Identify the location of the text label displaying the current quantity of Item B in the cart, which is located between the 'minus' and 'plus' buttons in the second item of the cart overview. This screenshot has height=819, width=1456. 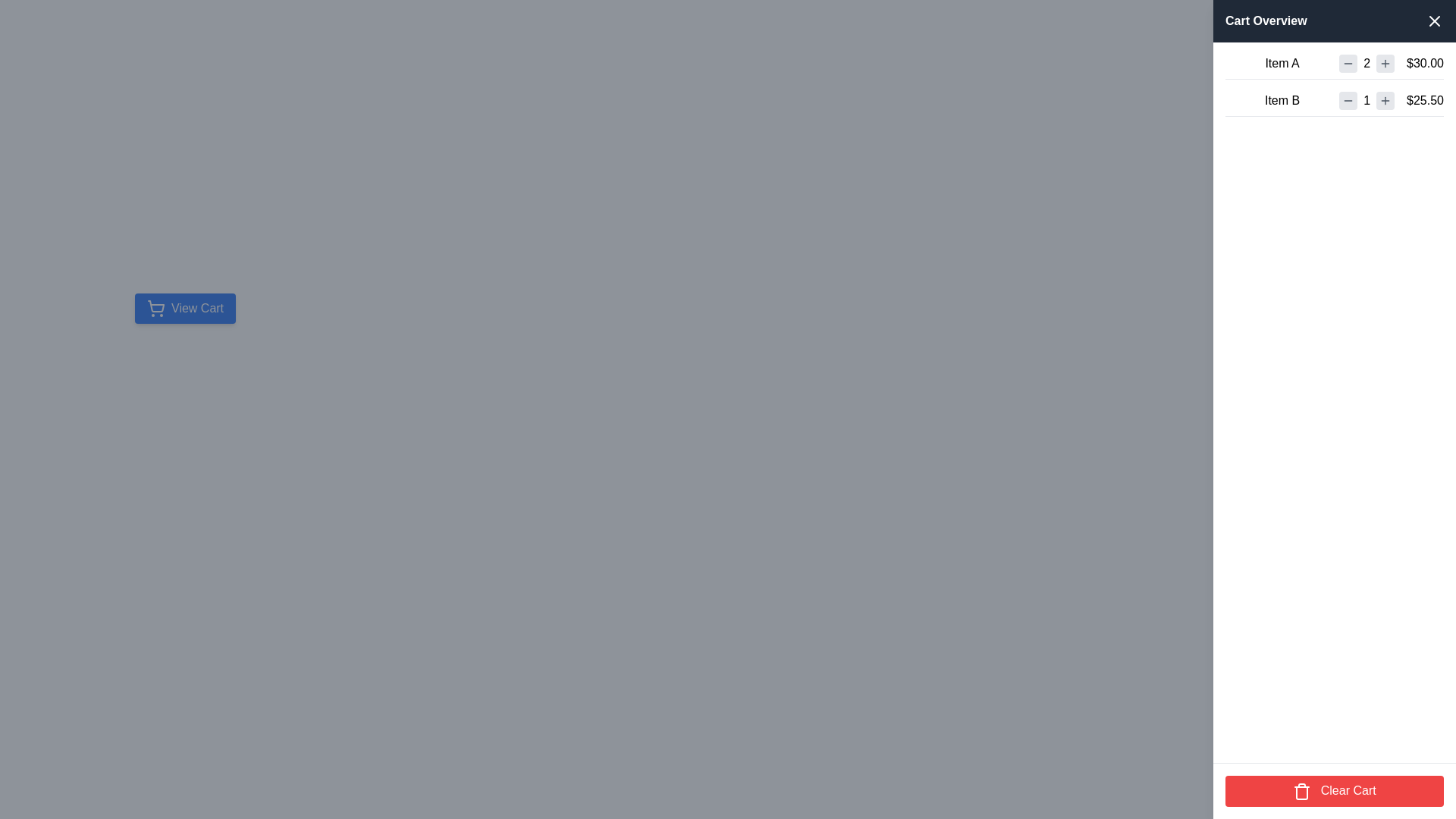
(1367, 100).